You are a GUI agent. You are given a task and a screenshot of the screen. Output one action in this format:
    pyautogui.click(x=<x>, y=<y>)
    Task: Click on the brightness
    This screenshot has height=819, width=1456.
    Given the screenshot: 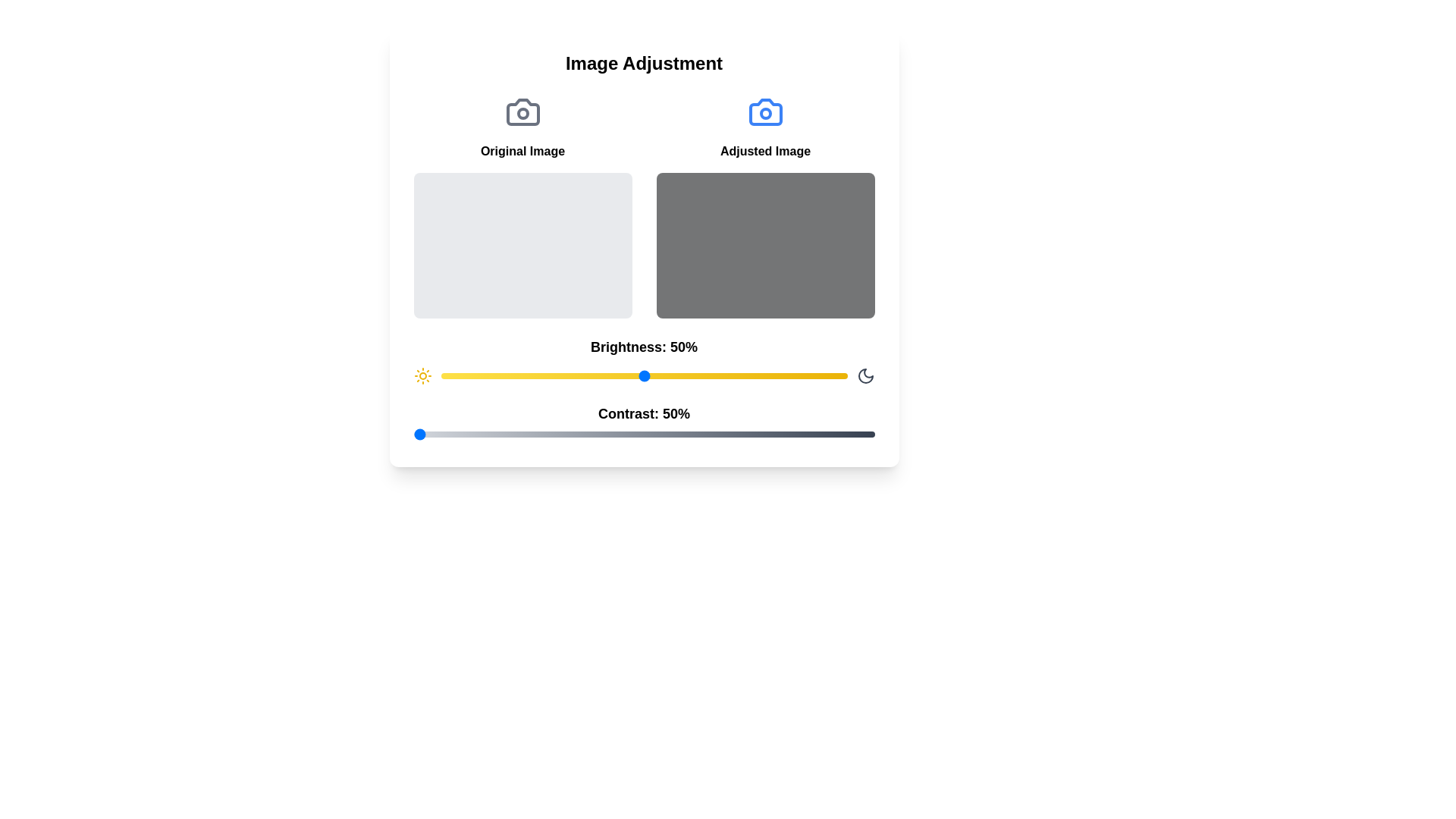 What is the action you would take?
    pyautogui.click(x=778, y=375)
    